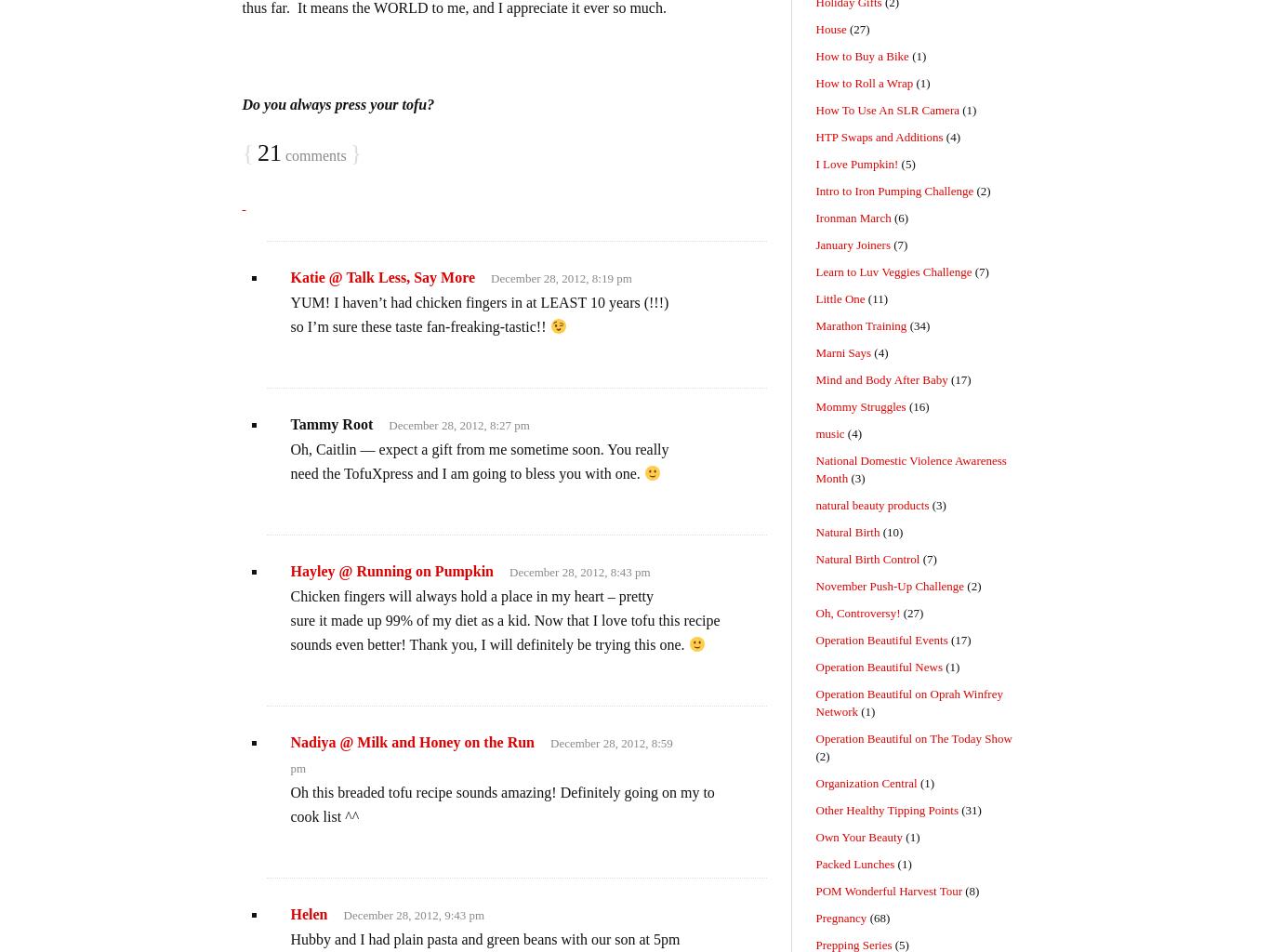  What do you see at coordinates (853, 245) in the screenshot?
I see `'January Joiners'` at bounding box center [853, 245].